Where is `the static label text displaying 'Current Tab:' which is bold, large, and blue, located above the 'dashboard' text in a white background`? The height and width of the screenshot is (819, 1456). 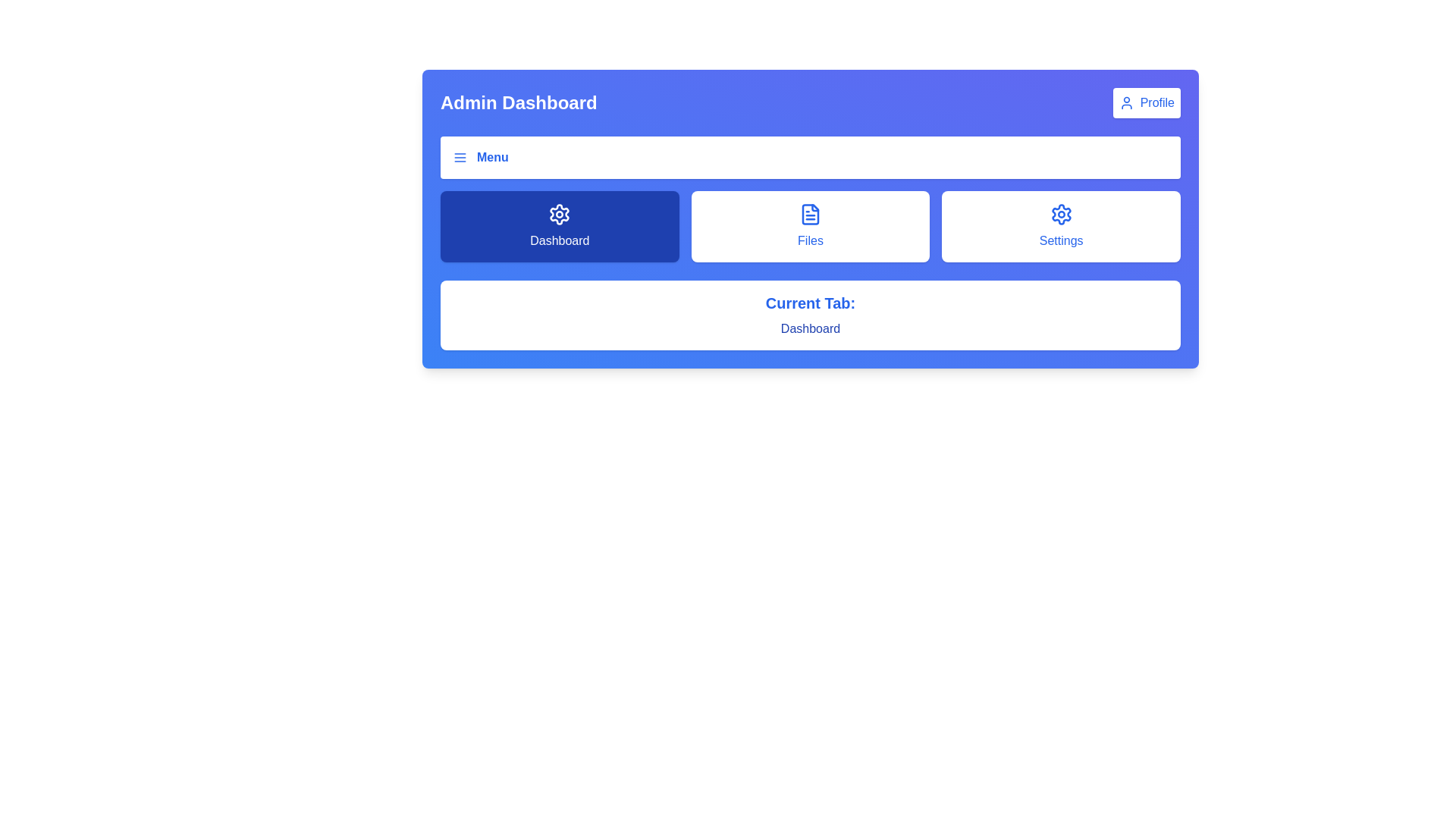 the static label text displaying 'Current Tab:' which is bold, large, and blue, located above the 'dashboard' text in a white background is located at coordinates (810, 303).